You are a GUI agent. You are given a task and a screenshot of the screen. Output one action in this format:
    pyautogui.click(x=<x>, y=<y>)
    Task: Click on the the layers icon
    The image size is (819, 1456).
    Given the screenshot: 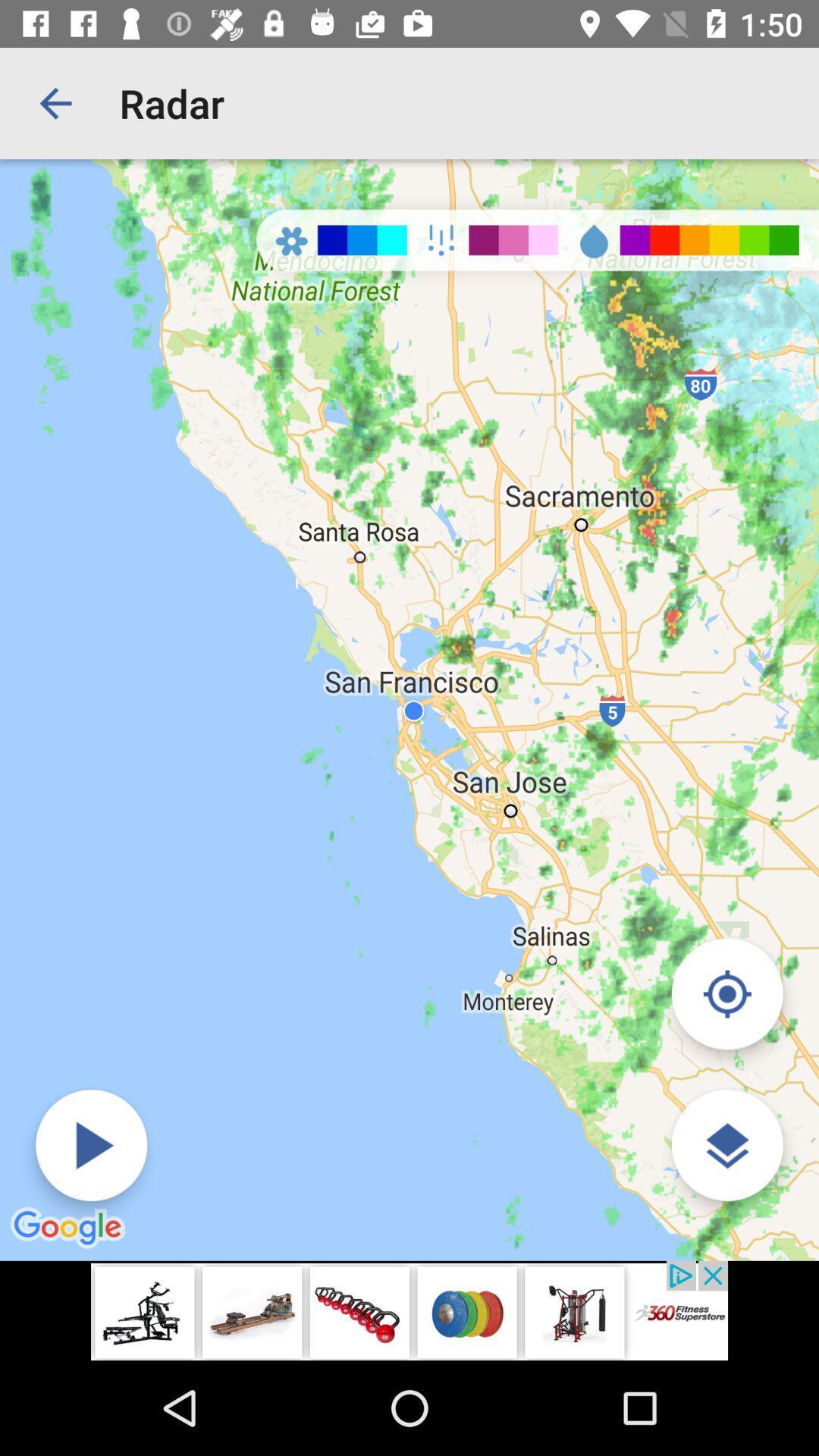 What is the action you would take?
    pyautogui.click(x=726, y=1145)
    